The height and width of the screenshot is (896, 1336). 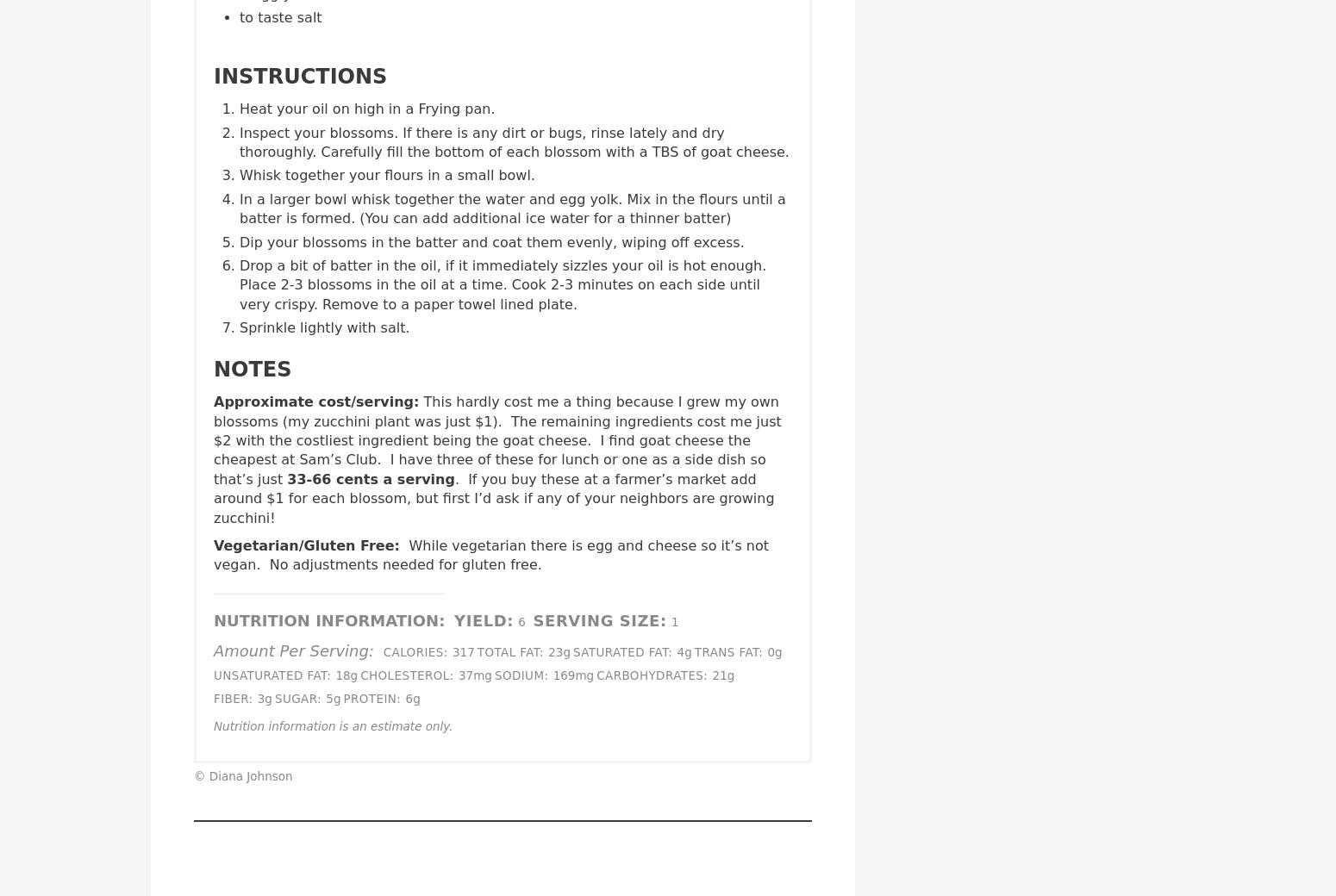 I want to click on 'Drop a bit of batter in the oil, if it immediately sizzles your oil is hot enough. Place 2-3 blossoms in the oil at a time. Cook 2-3 minutes on each side until very crispy. Remove to a paper towel lined plate.', so click(x=503, y=283).